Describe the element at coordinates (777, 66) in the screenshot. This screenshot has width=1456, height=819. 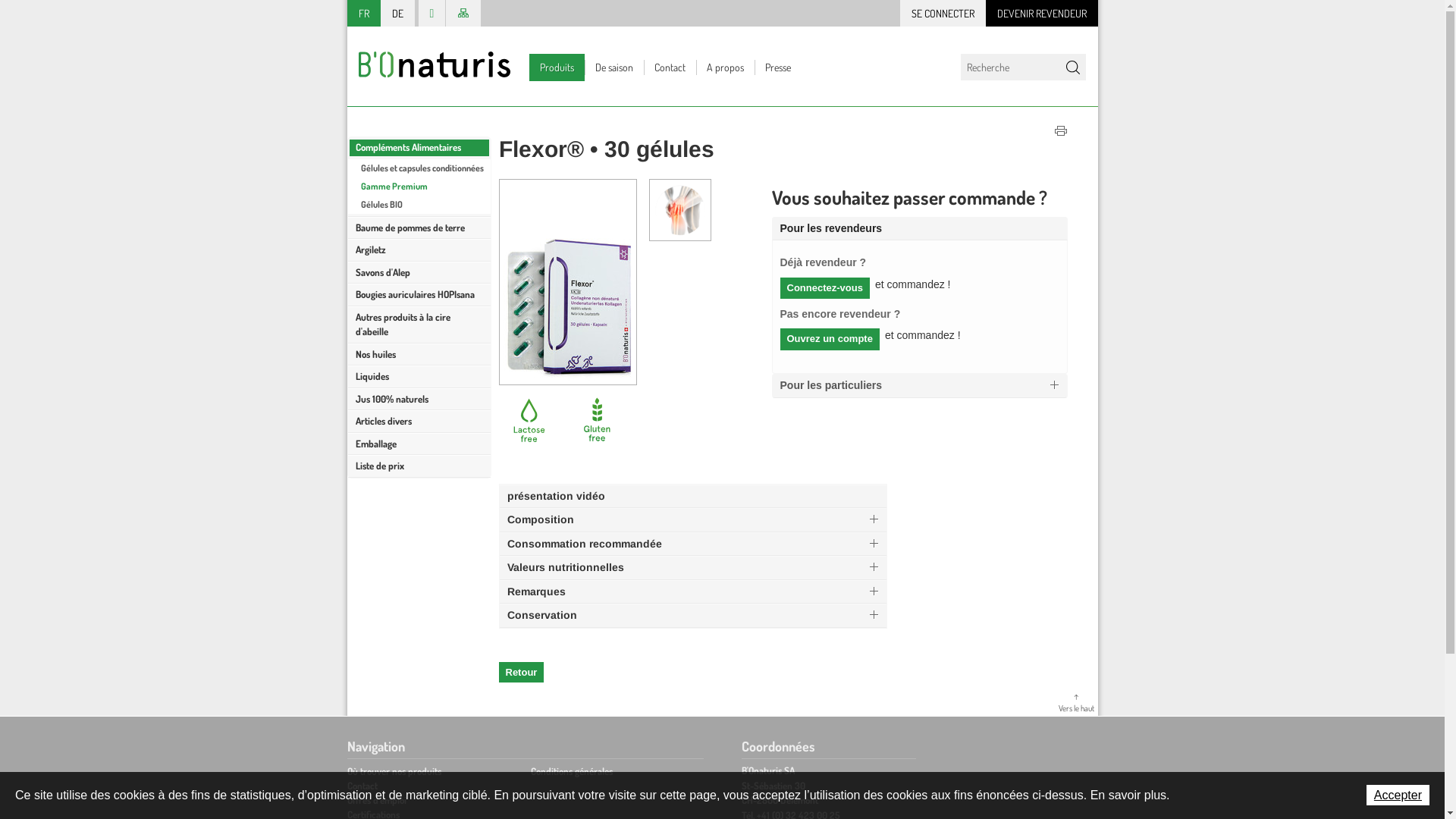
I see `'Presse'` at that location.